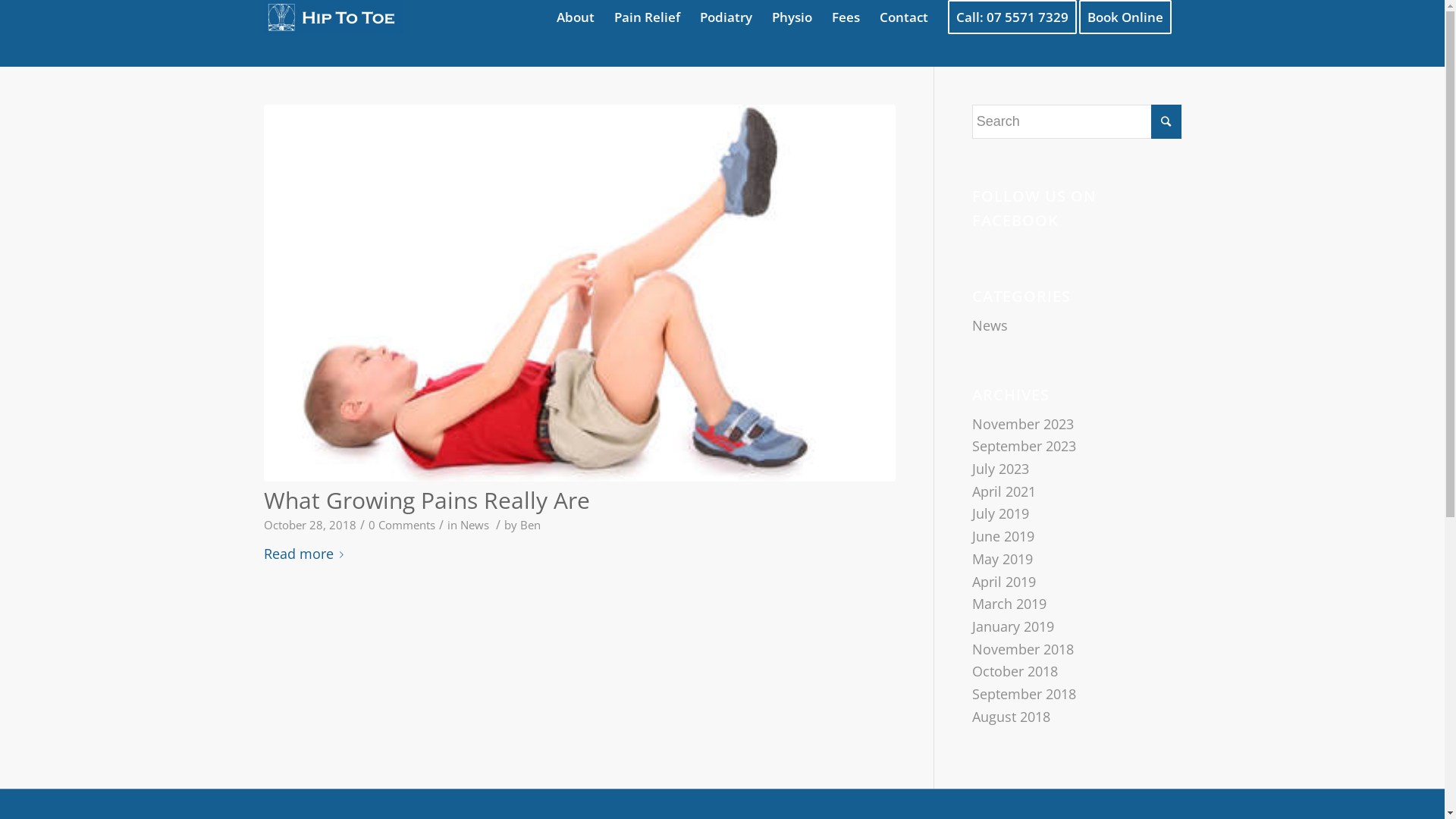 The width and height of the screenshot is (1456, 819). I want to click on 'Physio', so click(790, 17).